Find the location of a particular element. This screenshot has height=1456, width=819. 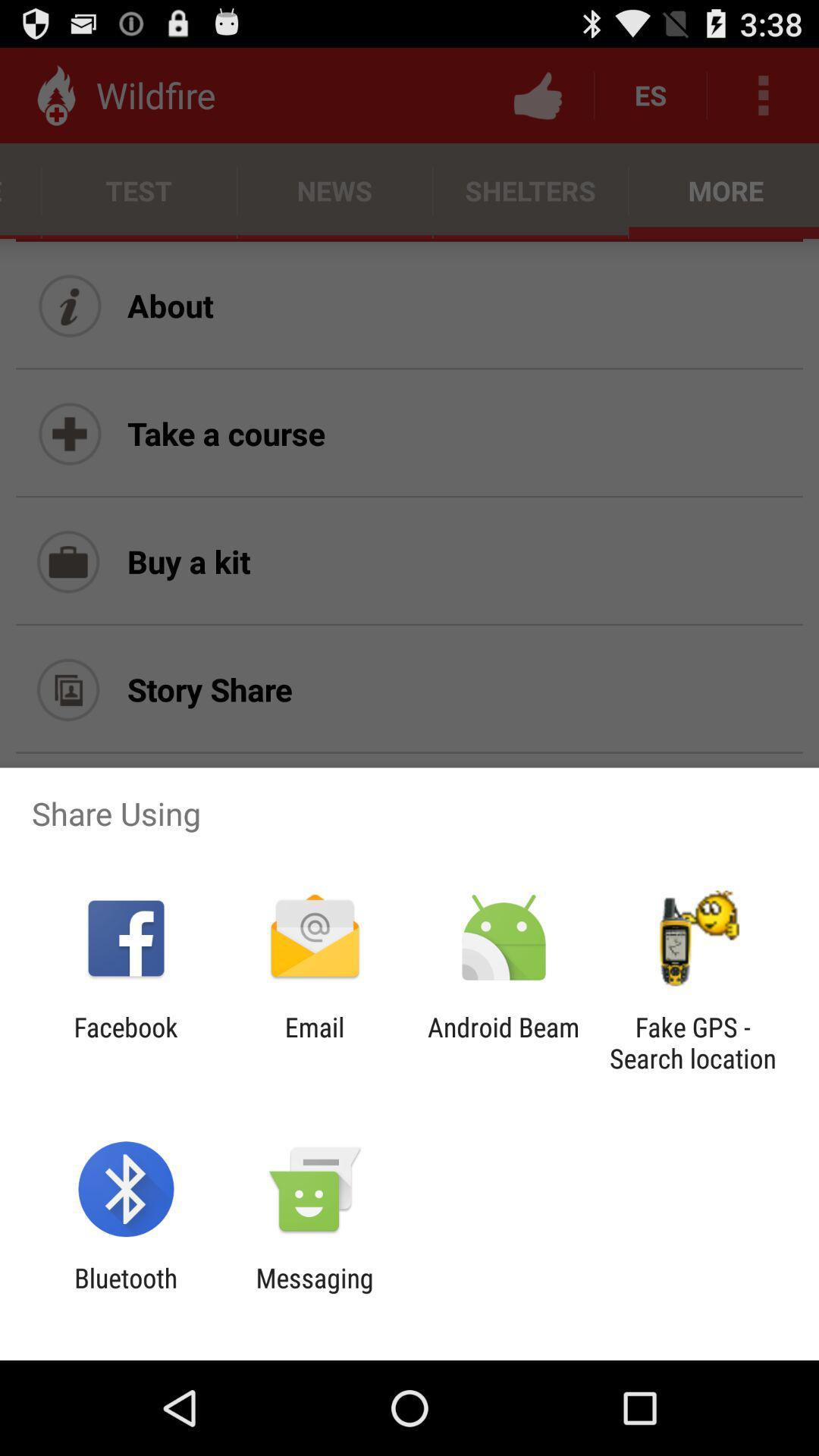

the email app is located at coordinates (314, 1042).